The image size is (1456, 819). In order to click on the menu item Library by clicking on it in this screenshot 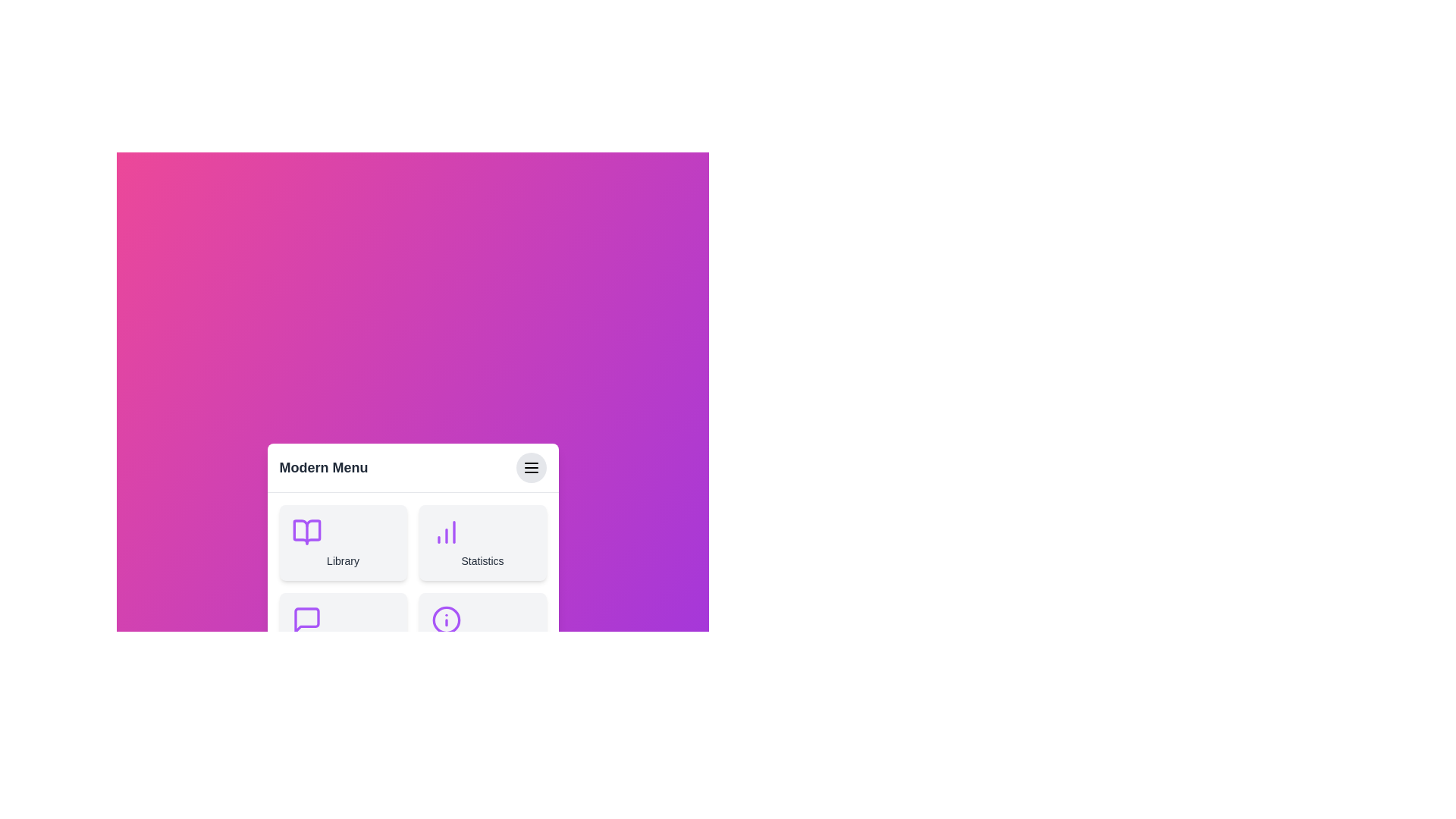, I will do `click(342, 541)`.